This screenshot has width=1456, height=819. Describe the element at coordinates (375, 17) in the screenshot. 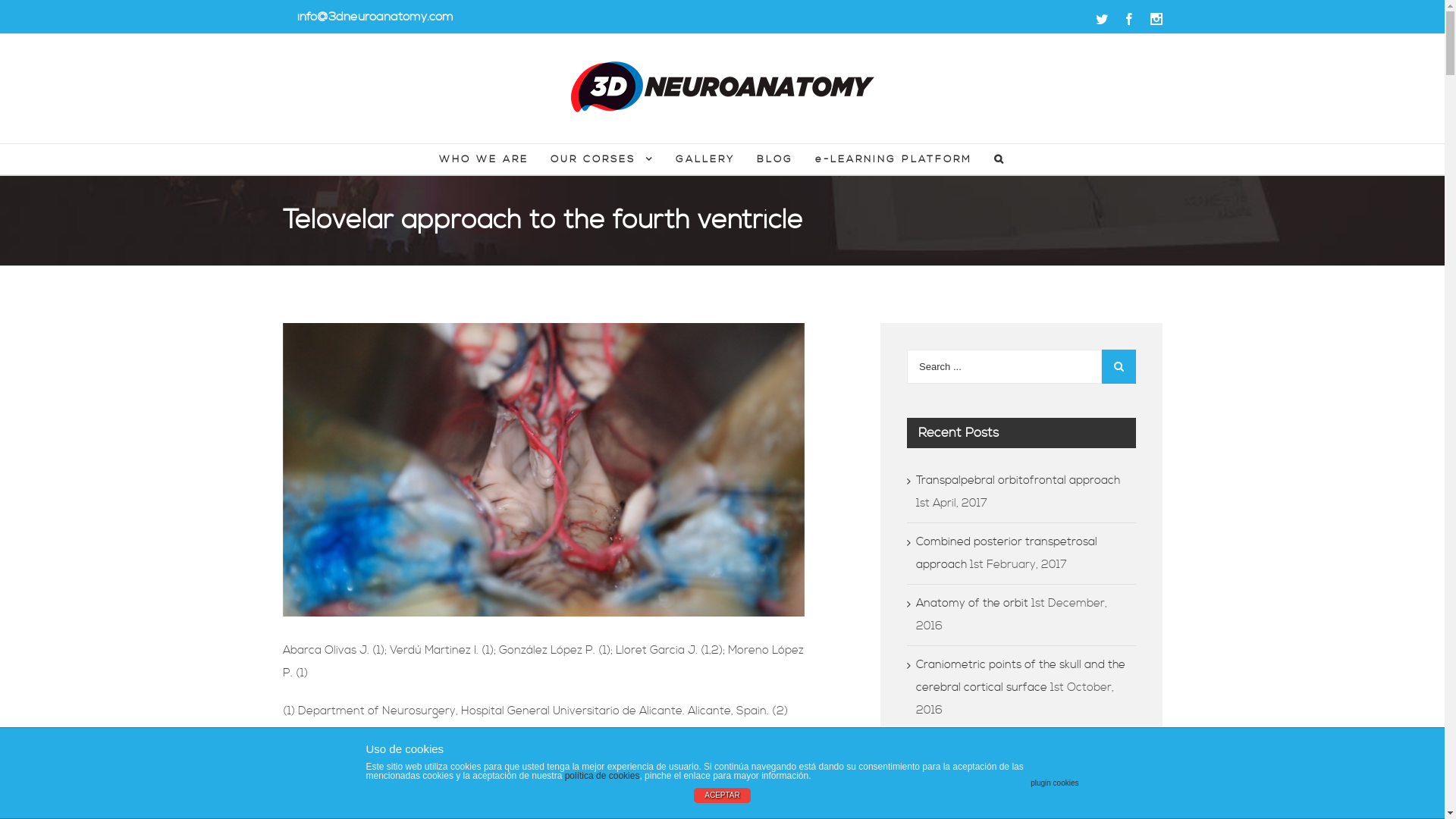

I see `'info@3dneuroanatomy.com'` at that location.